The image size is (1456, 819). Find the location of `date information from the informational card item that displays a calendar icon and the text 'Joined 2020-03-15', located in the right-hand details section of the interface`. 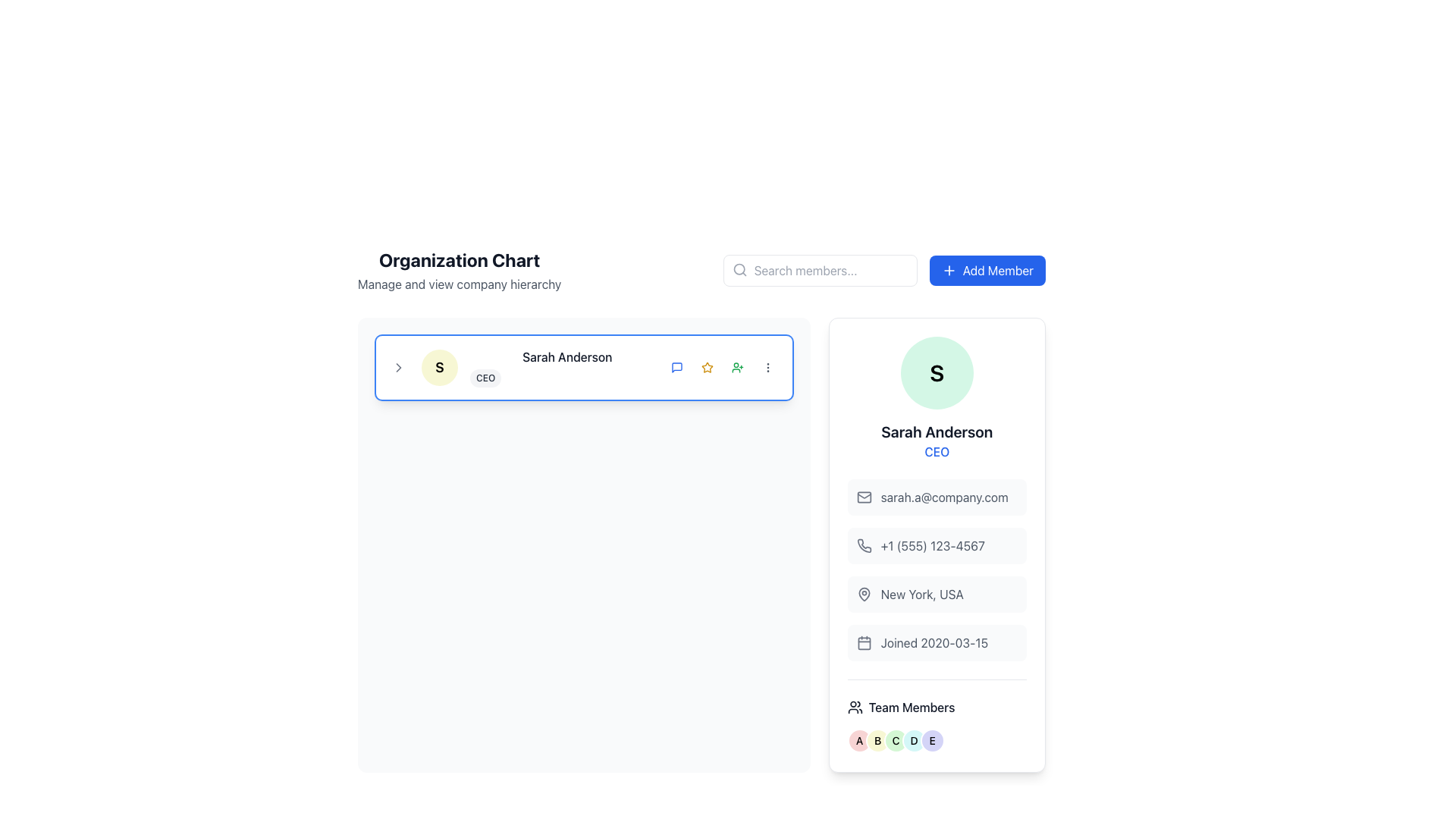

date information from the informational card item that displays a calendar icon and the text 'Joined 2020-03-15', located in the right-hand details section of the interface is located at coordinates (936, 643).